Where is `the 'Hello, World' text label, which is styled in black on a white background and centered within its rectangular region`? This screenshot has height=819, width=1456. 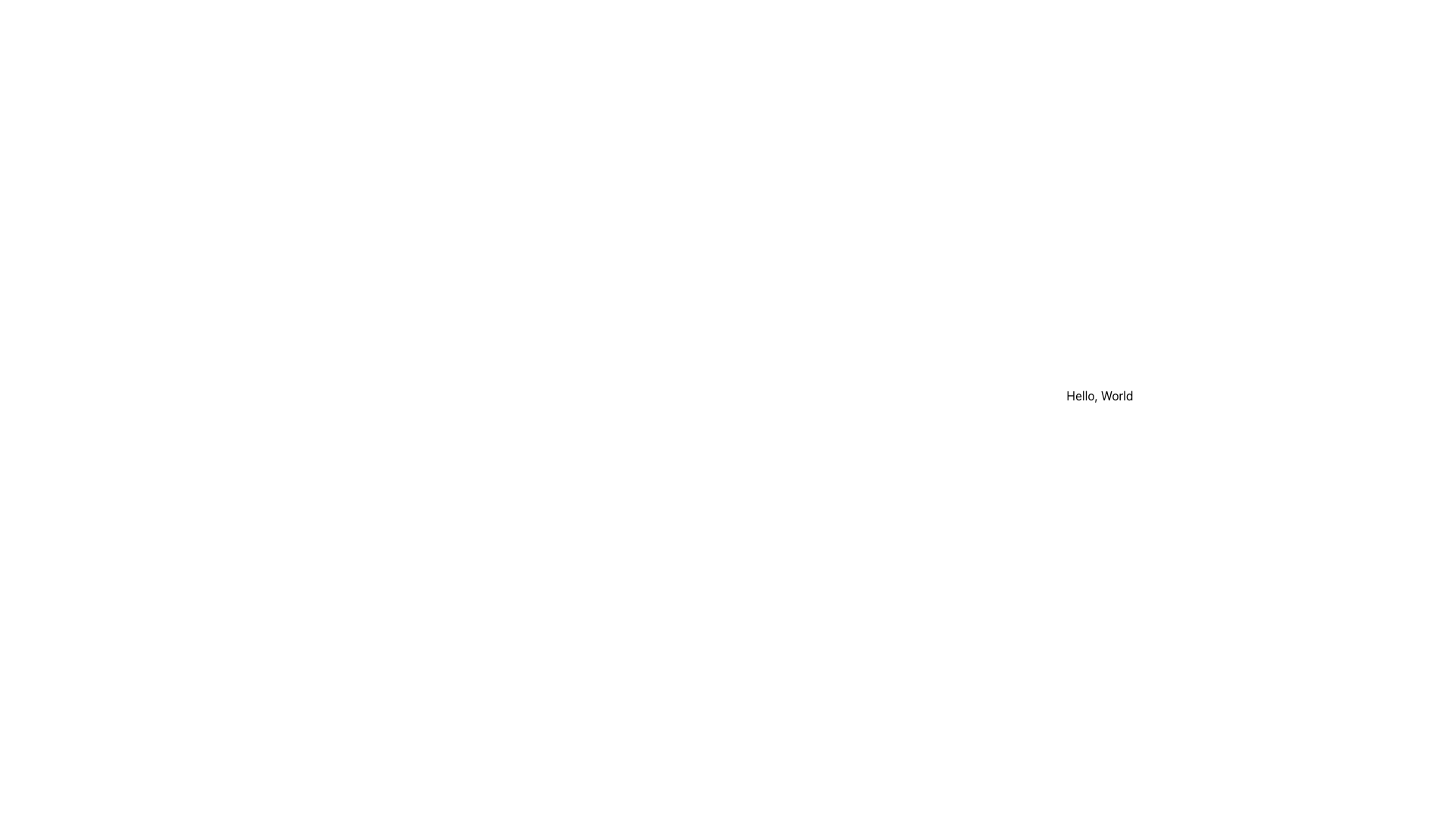
the 'Hello, World' text label, which is styled in black on a white background and centered within its rectangular region is located at coordinates (1100, 394).